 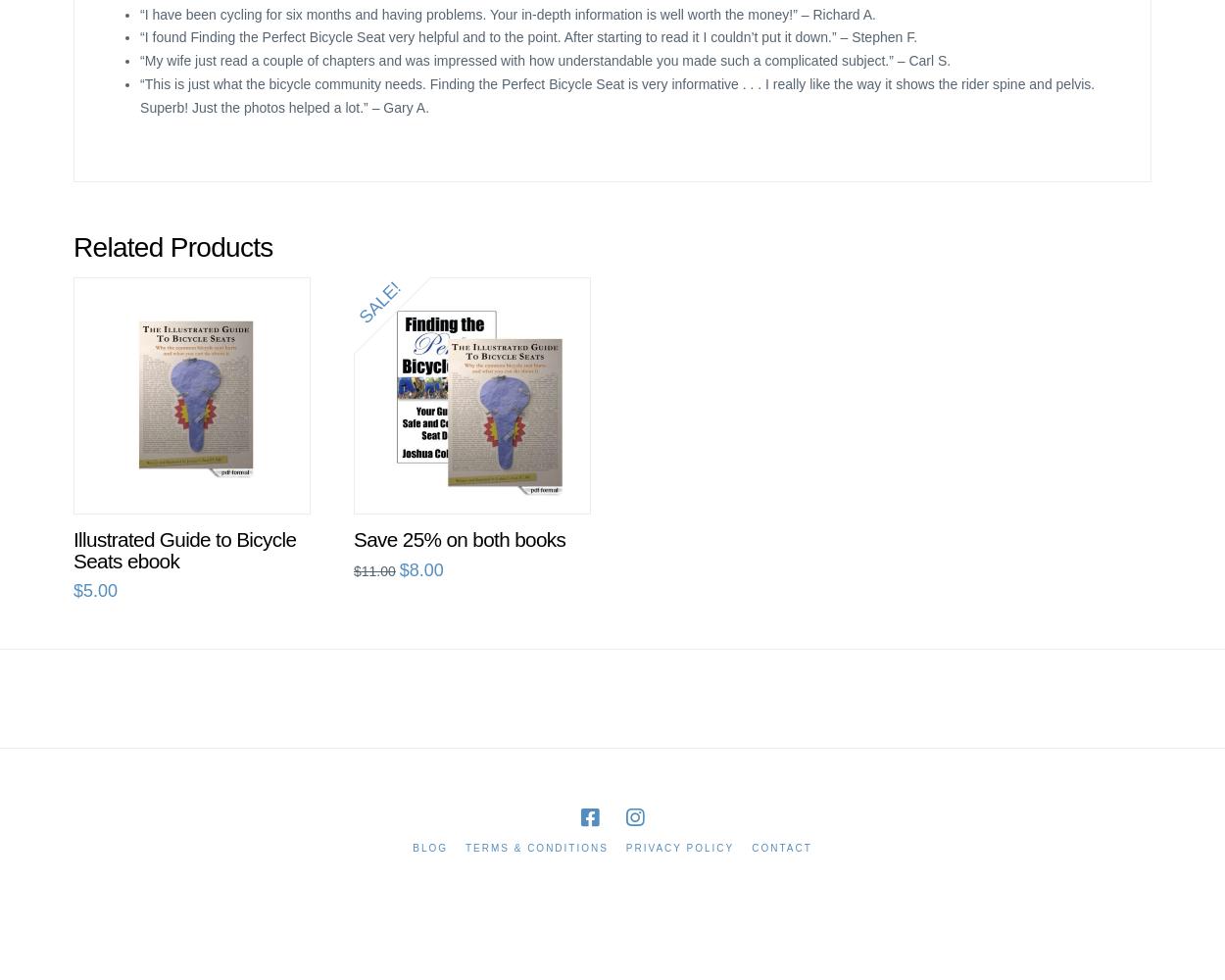 I want to click on 'Blog', so click(x=429, y=847).